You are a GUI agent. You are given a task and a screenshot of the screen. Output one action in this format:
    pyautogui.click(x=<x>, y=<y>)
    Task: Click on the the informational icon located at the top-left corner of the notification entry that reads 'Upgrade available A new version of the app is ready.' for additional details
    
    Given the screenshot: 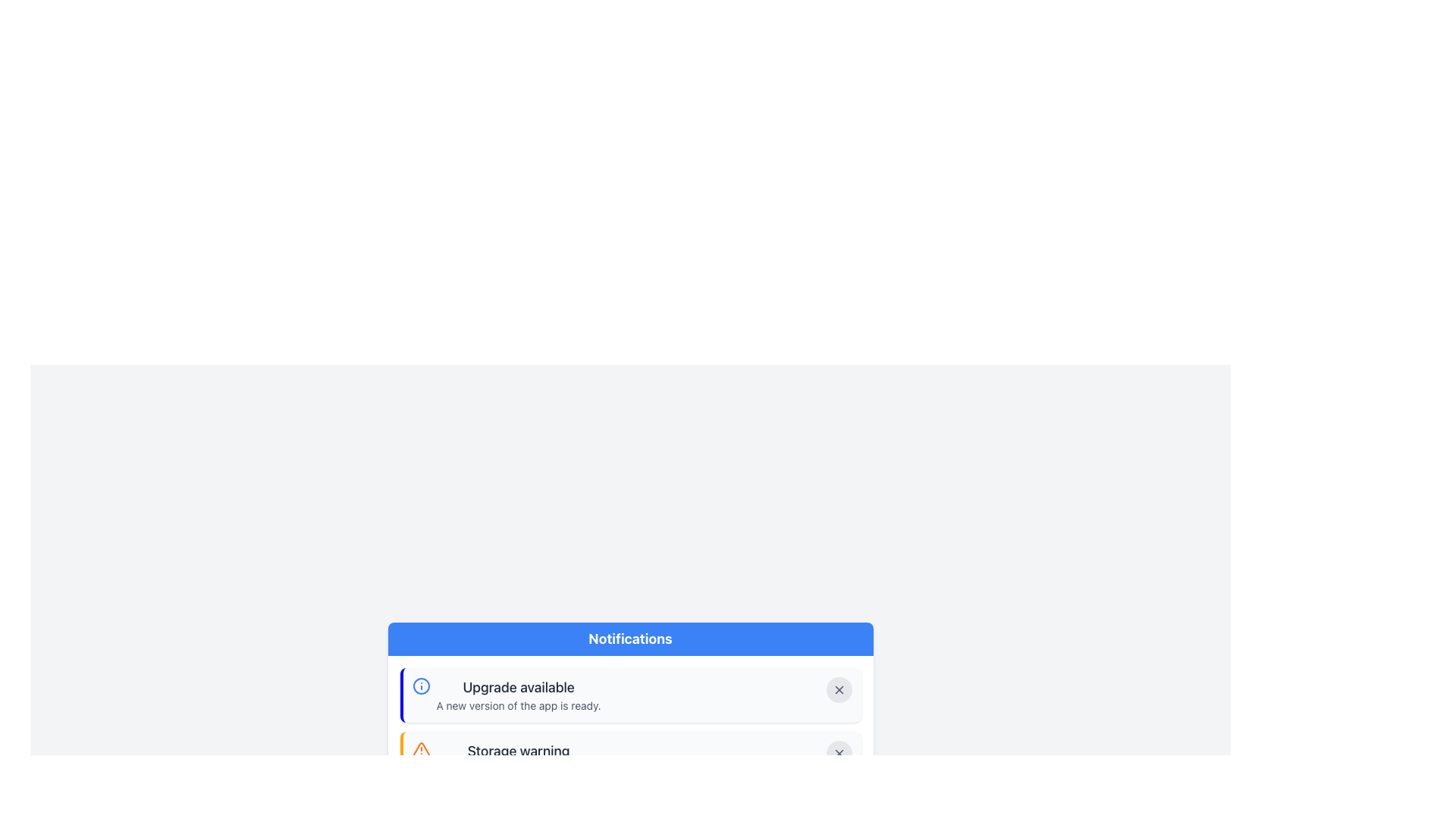 What is the action you would take?
    pyautogui.click(x=421, y=686)
    